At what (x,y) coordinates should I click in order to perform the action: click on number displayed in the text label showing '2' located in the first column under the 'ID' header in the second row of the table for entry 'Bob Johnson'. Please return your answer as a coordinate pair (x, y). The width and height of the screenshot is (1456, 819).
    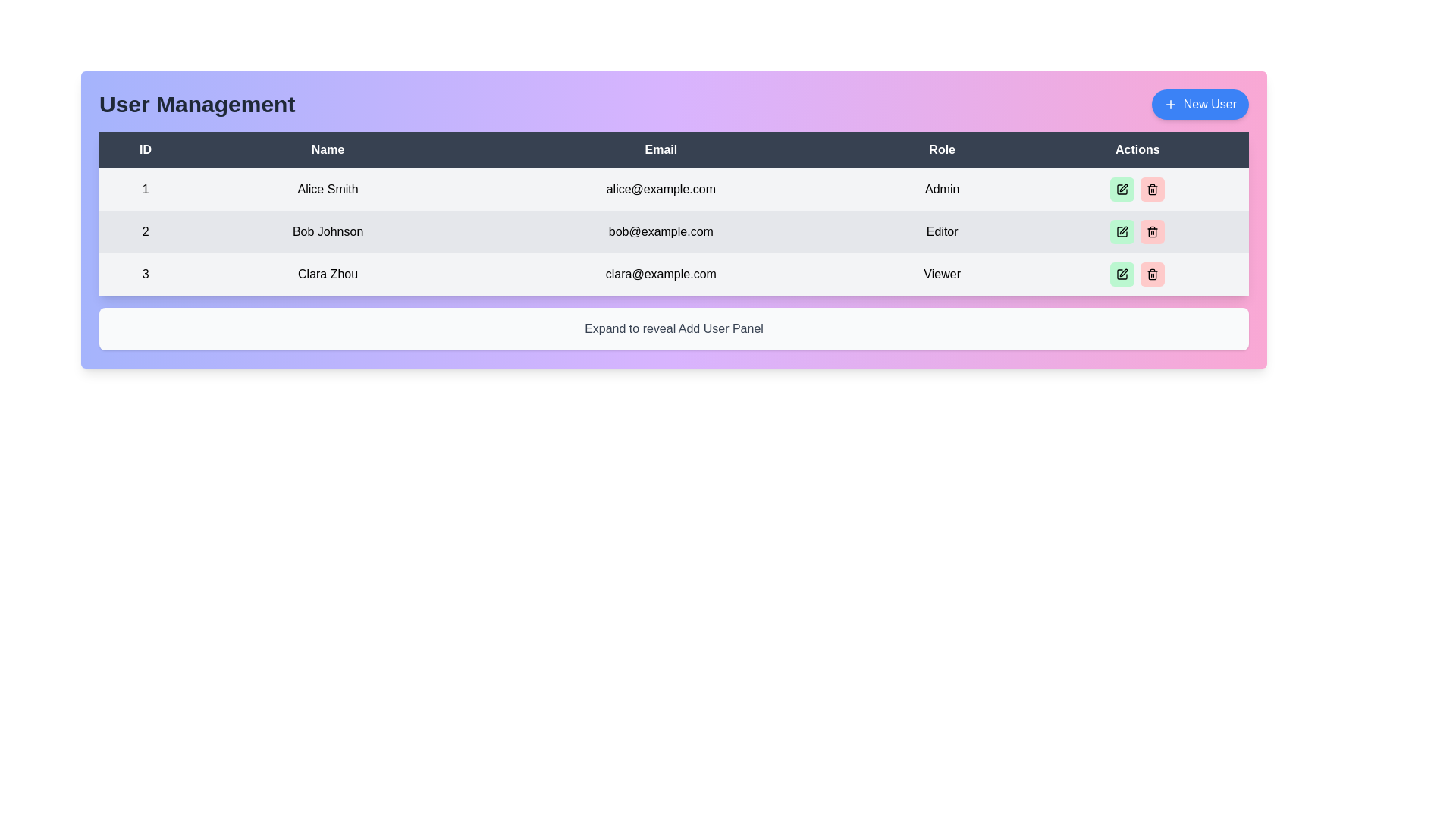
    Looking at the image, I should click on (146, 231).